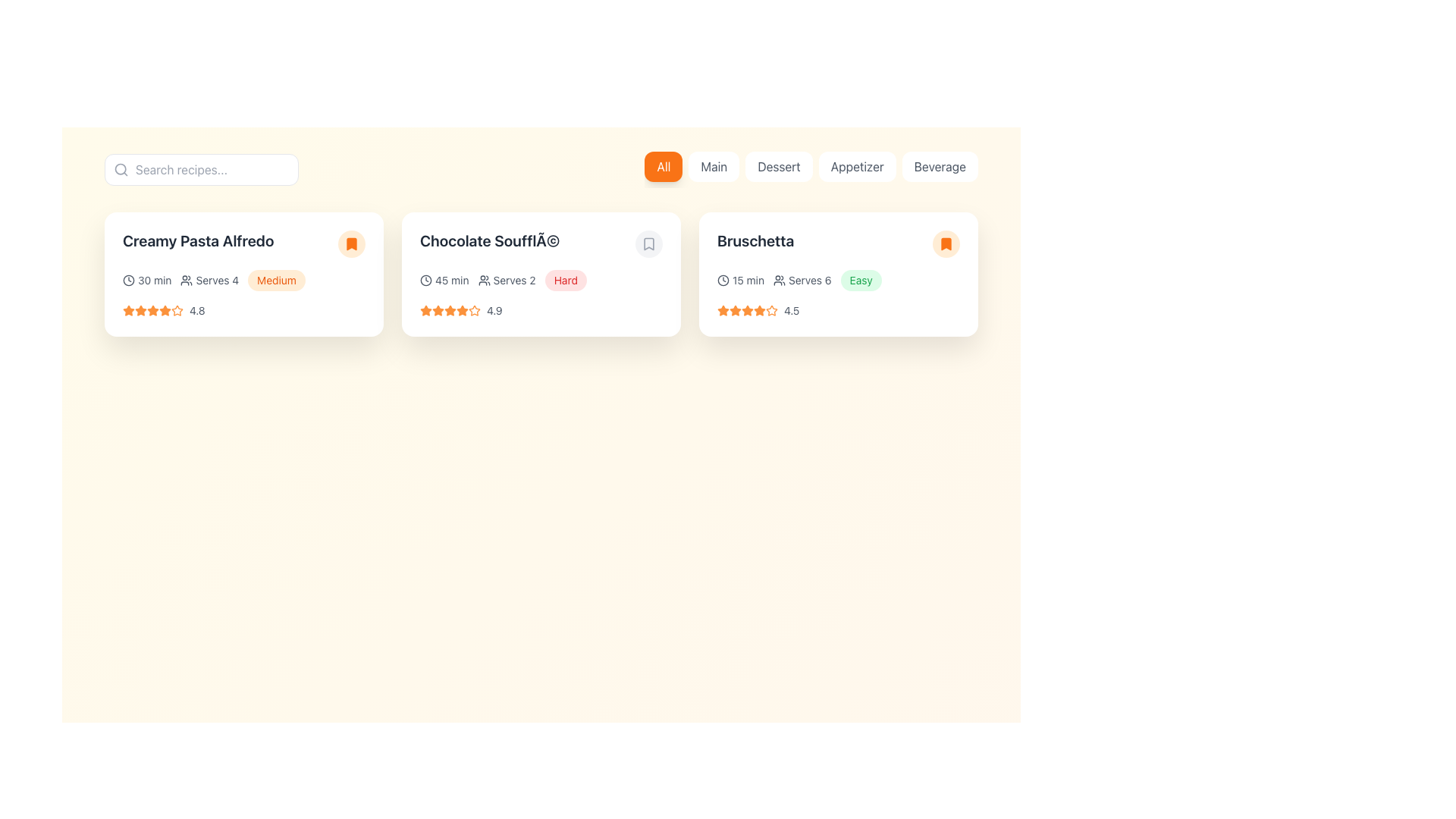 The height and width of the screenshot is (819, 1456). What do you see at coordinates (141, 309) in the screenshot?
I see `the five-pointed star icon filled with a gradient from orange` at bounding box center [141, 309].